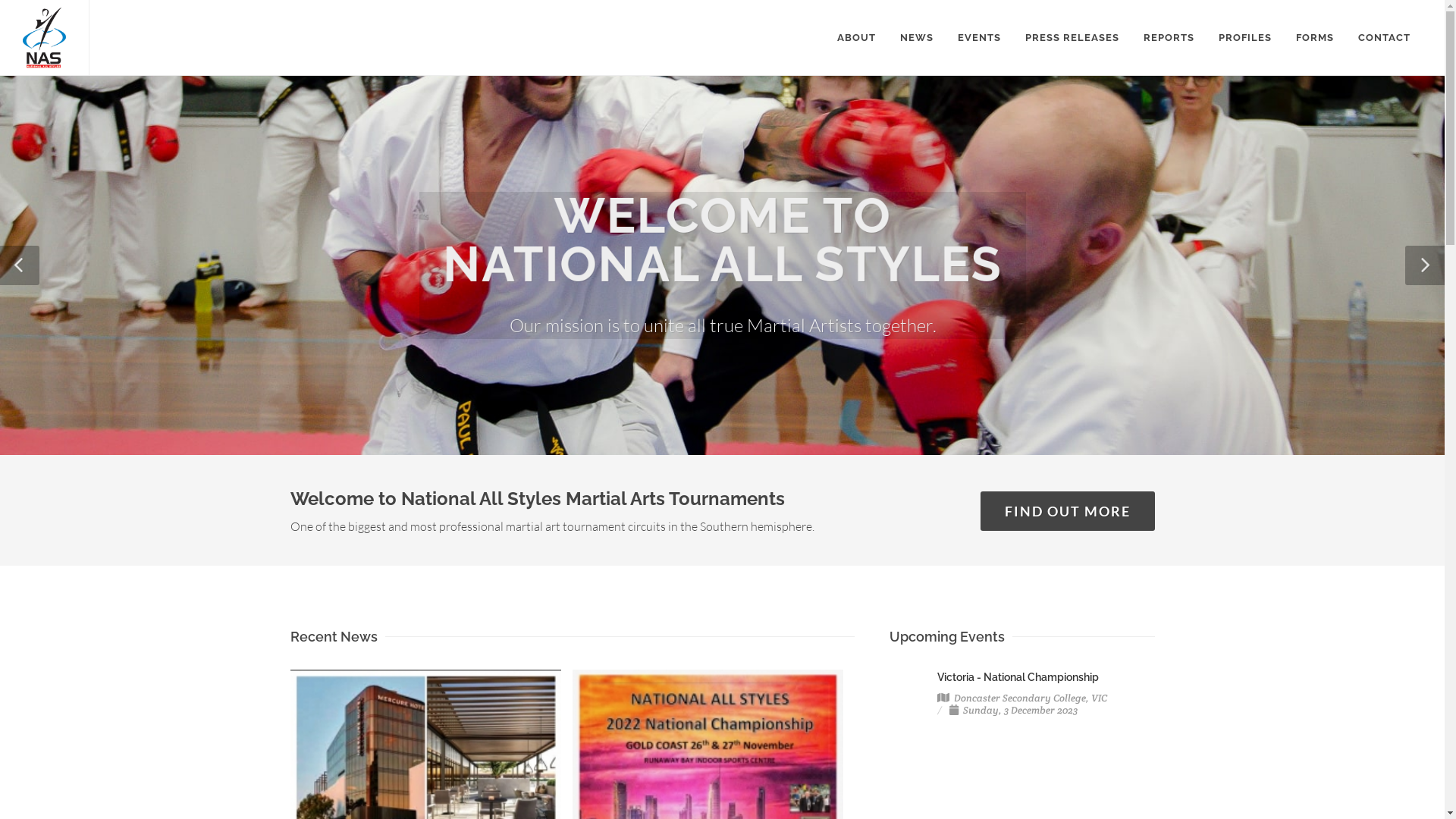  Describe the element at coordinates (1168, 37) in the screenshot. I see `'REPORTS'` at that location.